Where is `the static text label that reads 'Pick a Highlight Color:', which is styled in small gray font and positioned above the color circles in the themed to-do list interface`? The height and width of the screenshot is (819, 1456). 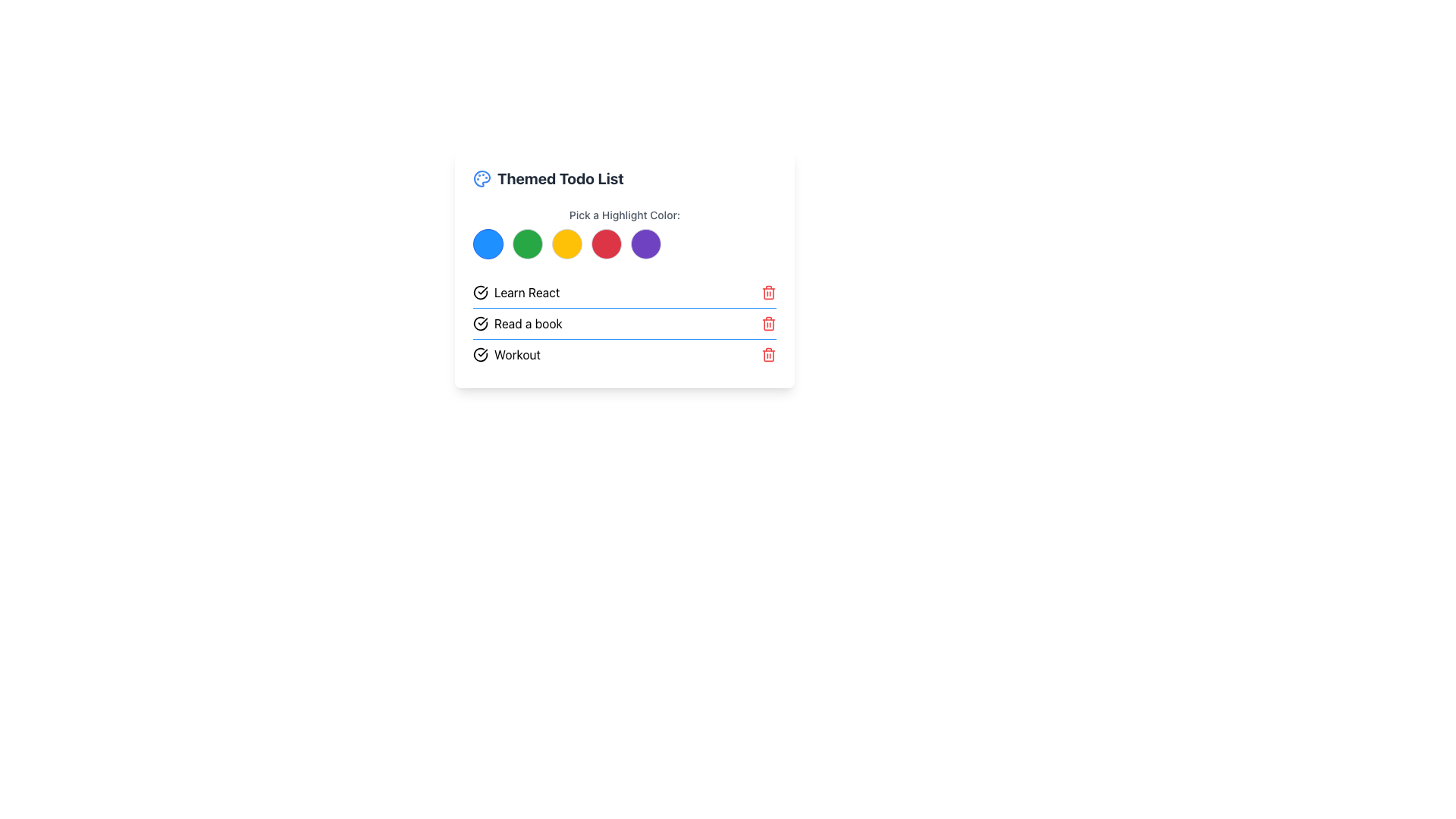
the static text label that reads 'Pick a Highlight Color:', which is styled in small gray font and positioned above the color circles in the themed to-do list interface is located at coordinates (625, 215).